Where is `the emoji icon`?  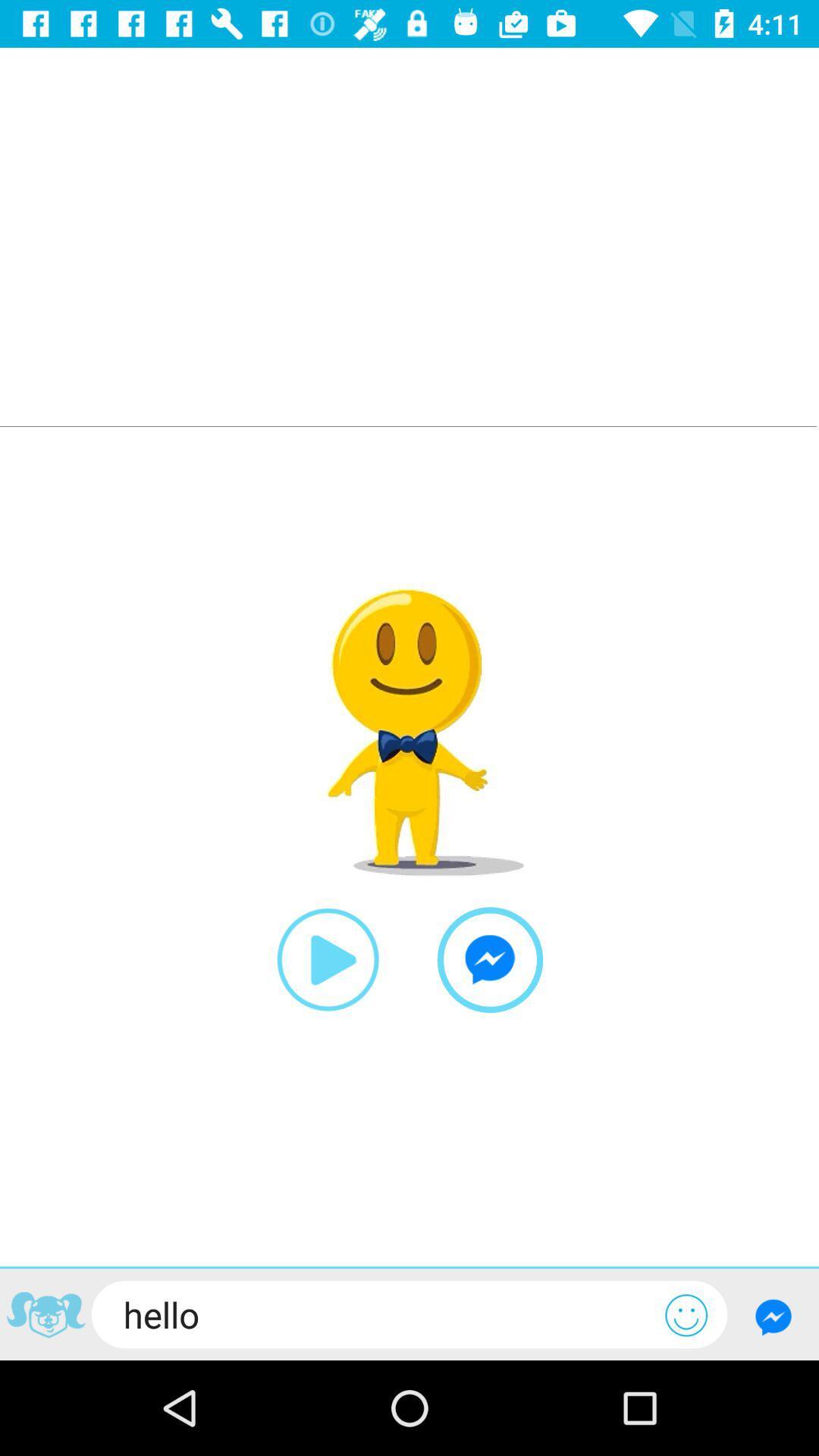 the emoji icon is located at coordinates (686, 1314).